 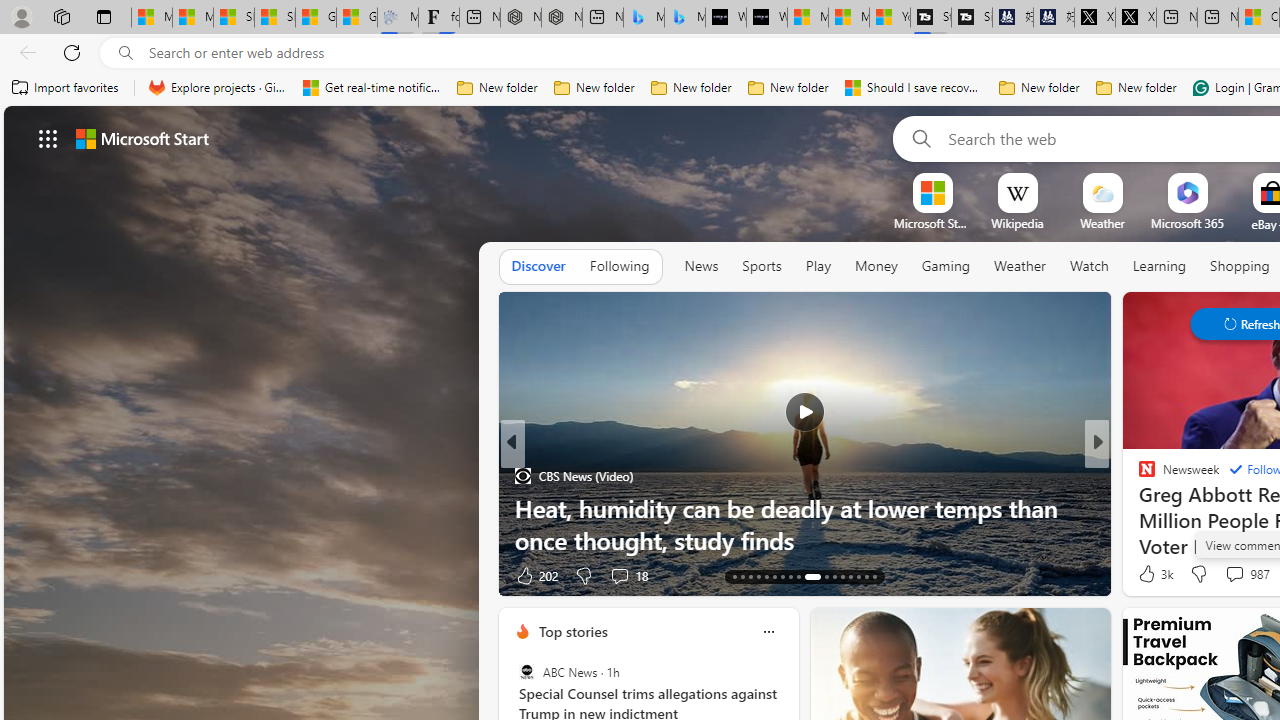 I want to click on 'Top stories', so click(x=571, y=631).